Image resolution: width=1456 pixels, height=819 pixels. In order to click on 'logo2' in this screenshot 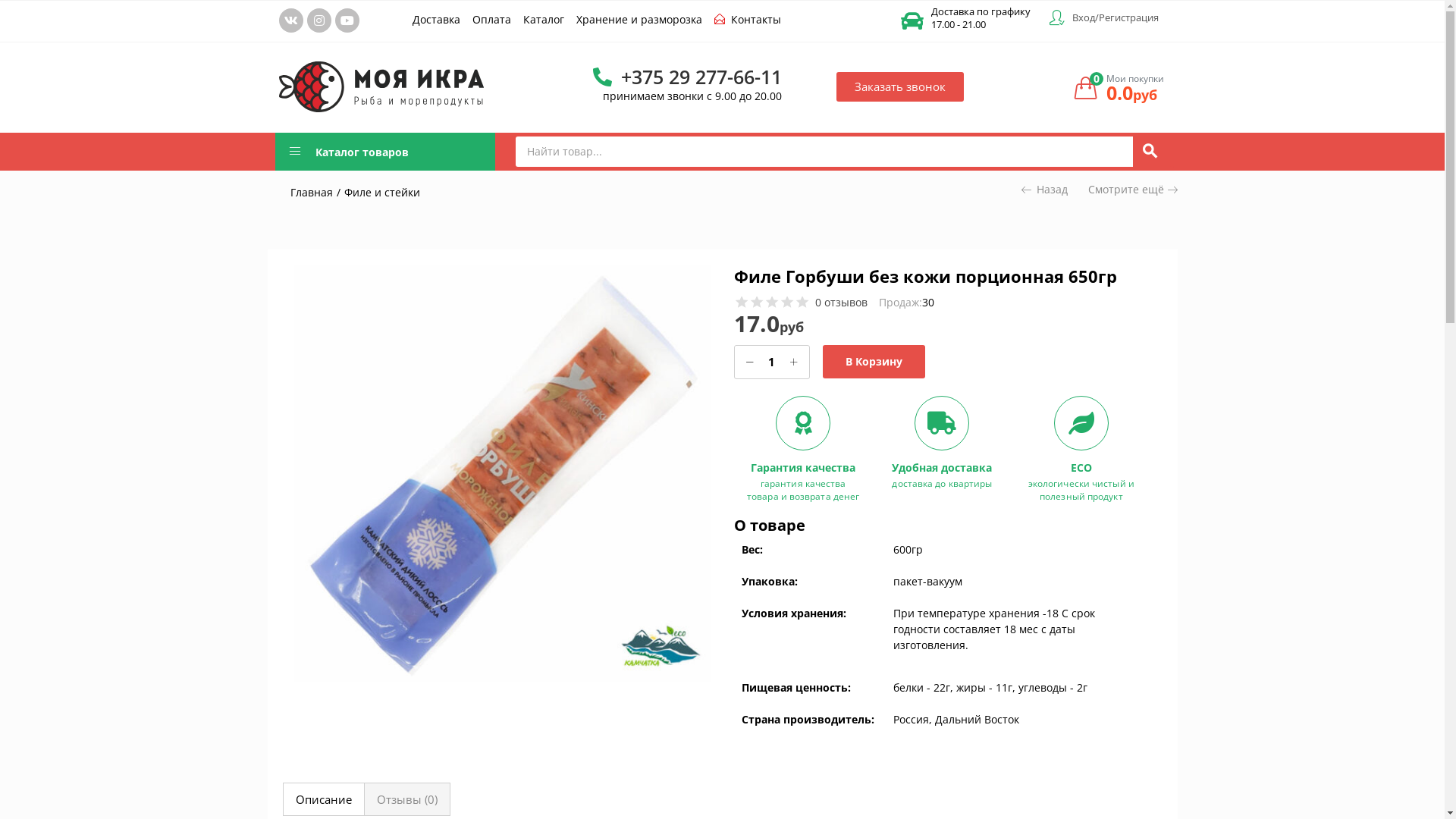, I will do `click(381, 86)`.